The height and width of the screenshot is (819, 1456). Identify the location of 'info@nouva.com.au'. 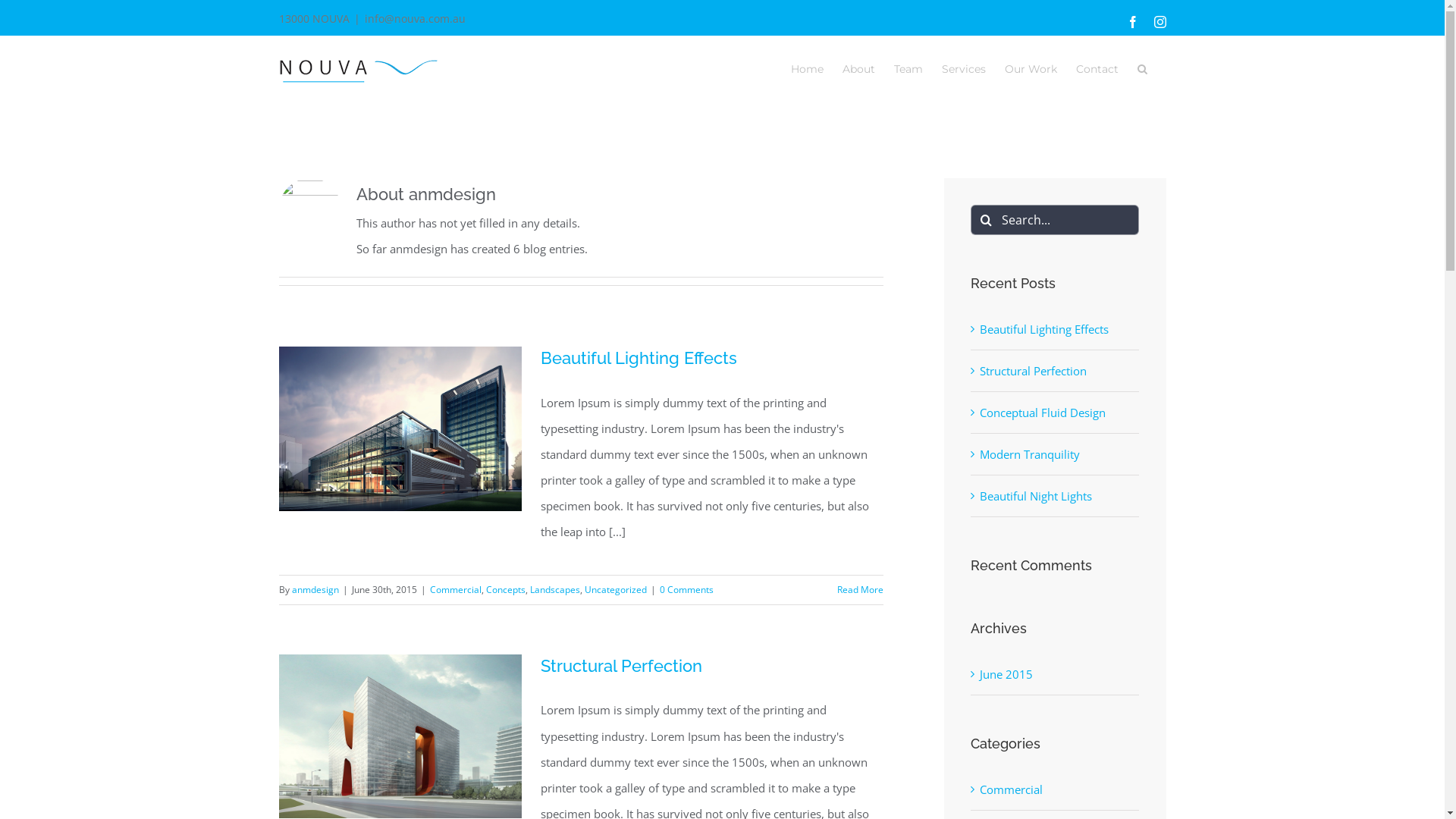
(414, 18).